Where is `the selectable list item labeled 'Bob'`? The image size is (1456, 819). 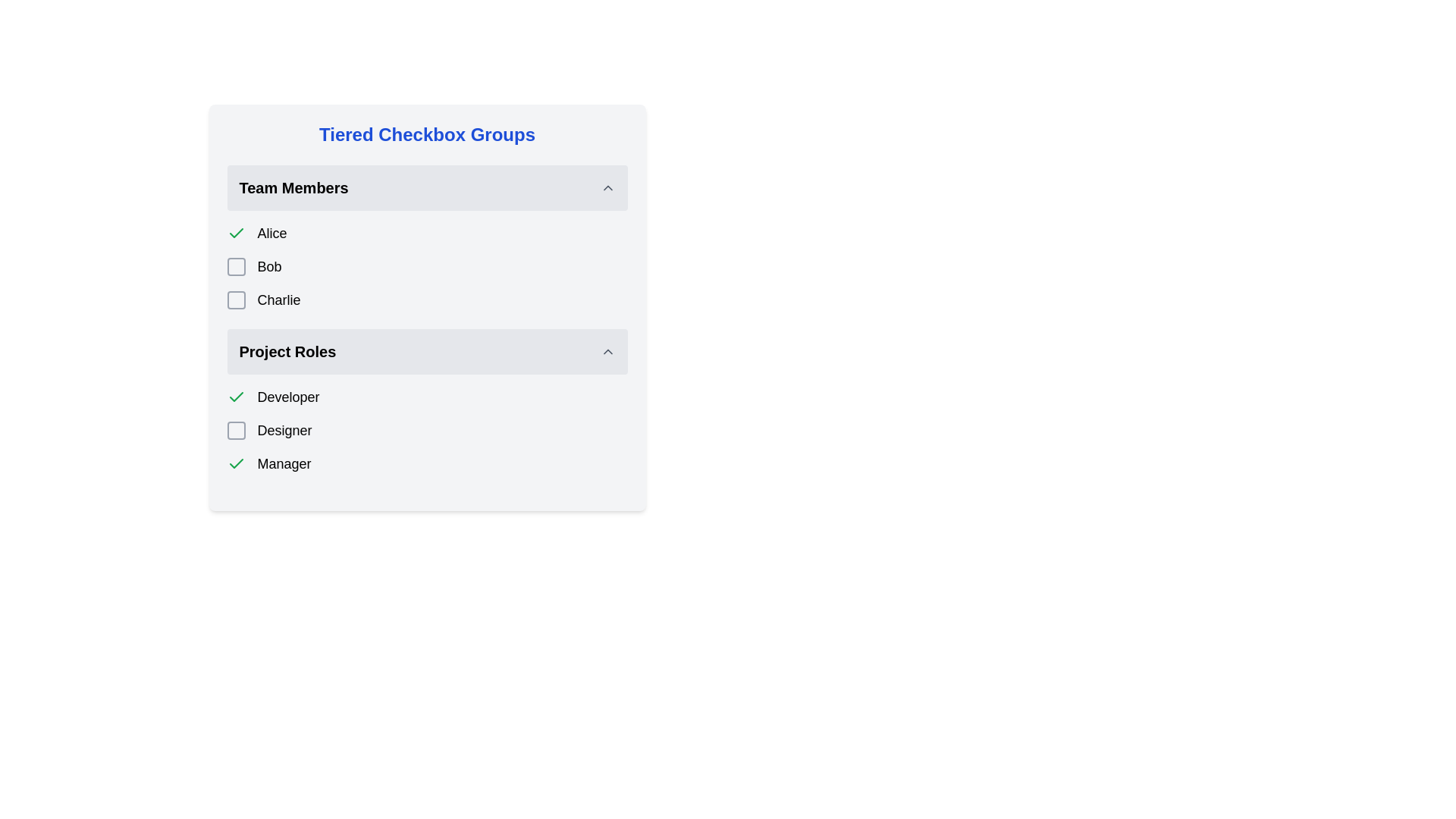 the selectable list item labeled 'Bob' is located at coordinates (426, 265).